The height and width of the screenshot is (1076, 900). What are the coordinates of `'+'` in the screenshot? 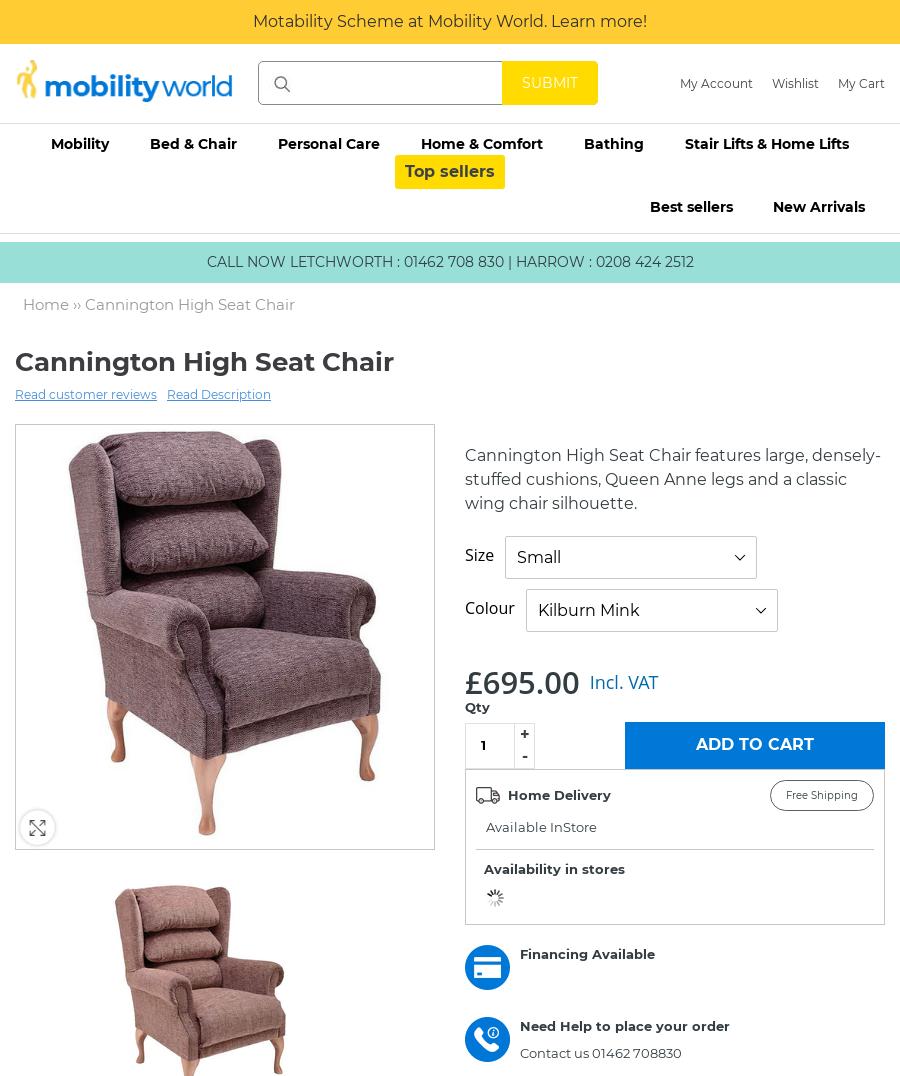 It's located at (522, 732).